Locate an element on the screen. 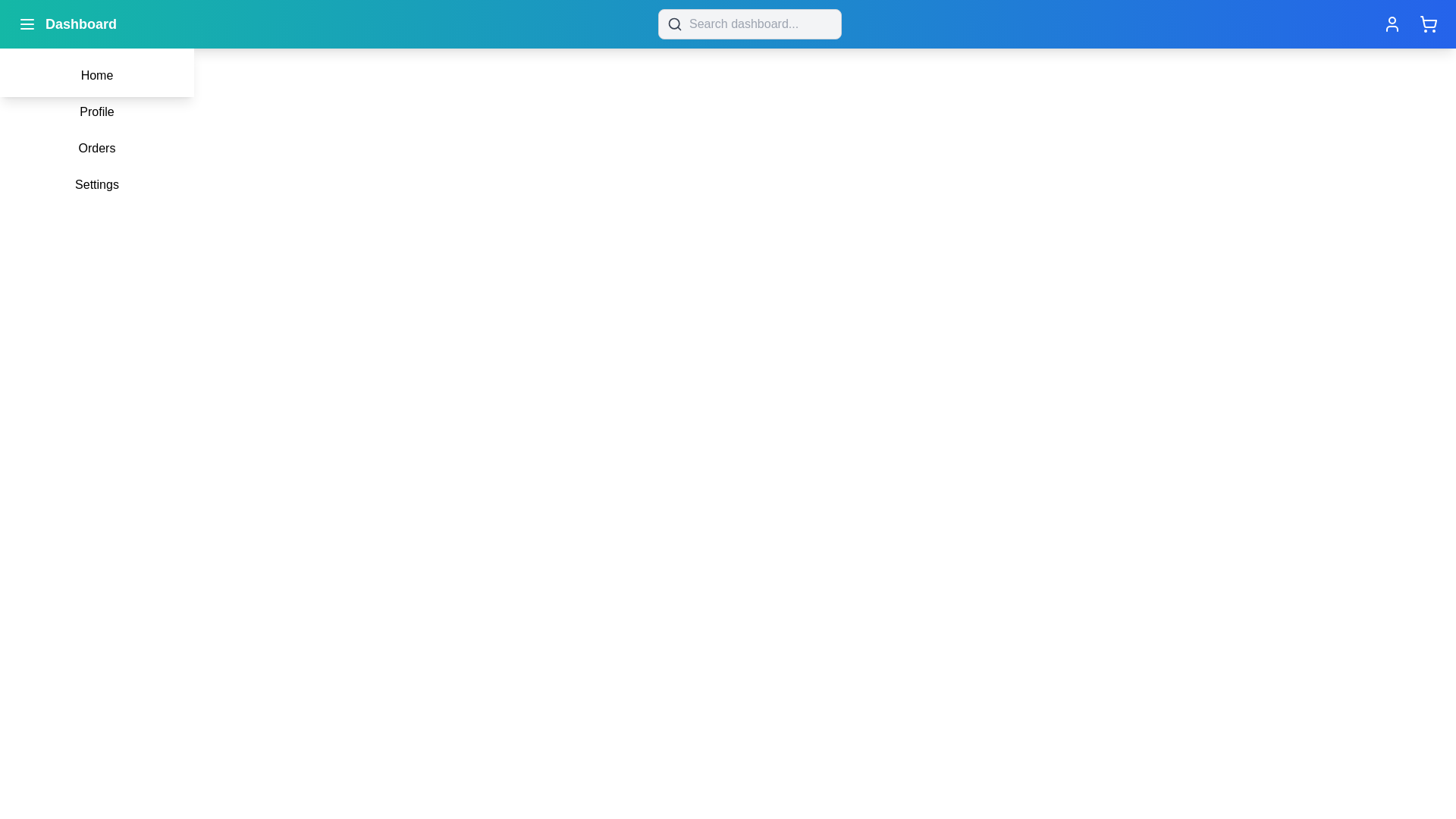  the decorative search icon located inside the search input field at the top center of the interface, positioned to the left of the input field is located at coordinates (674, 24).